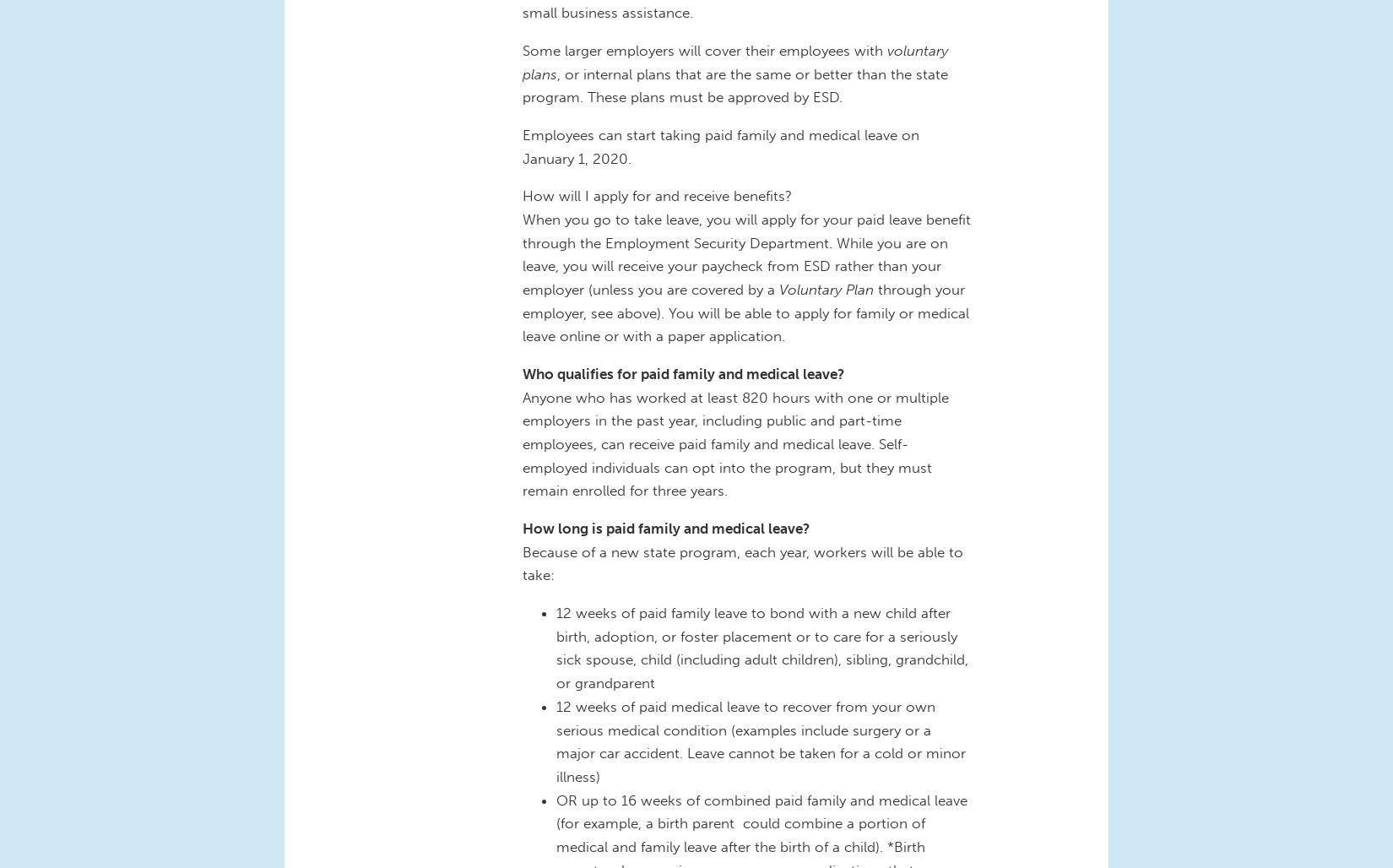  Describe the element at coordinates (735, 84) in the screenshot. I see `', or internal plans that are the same or better than the state program. These plans must be approved by ESD.'` at that location.